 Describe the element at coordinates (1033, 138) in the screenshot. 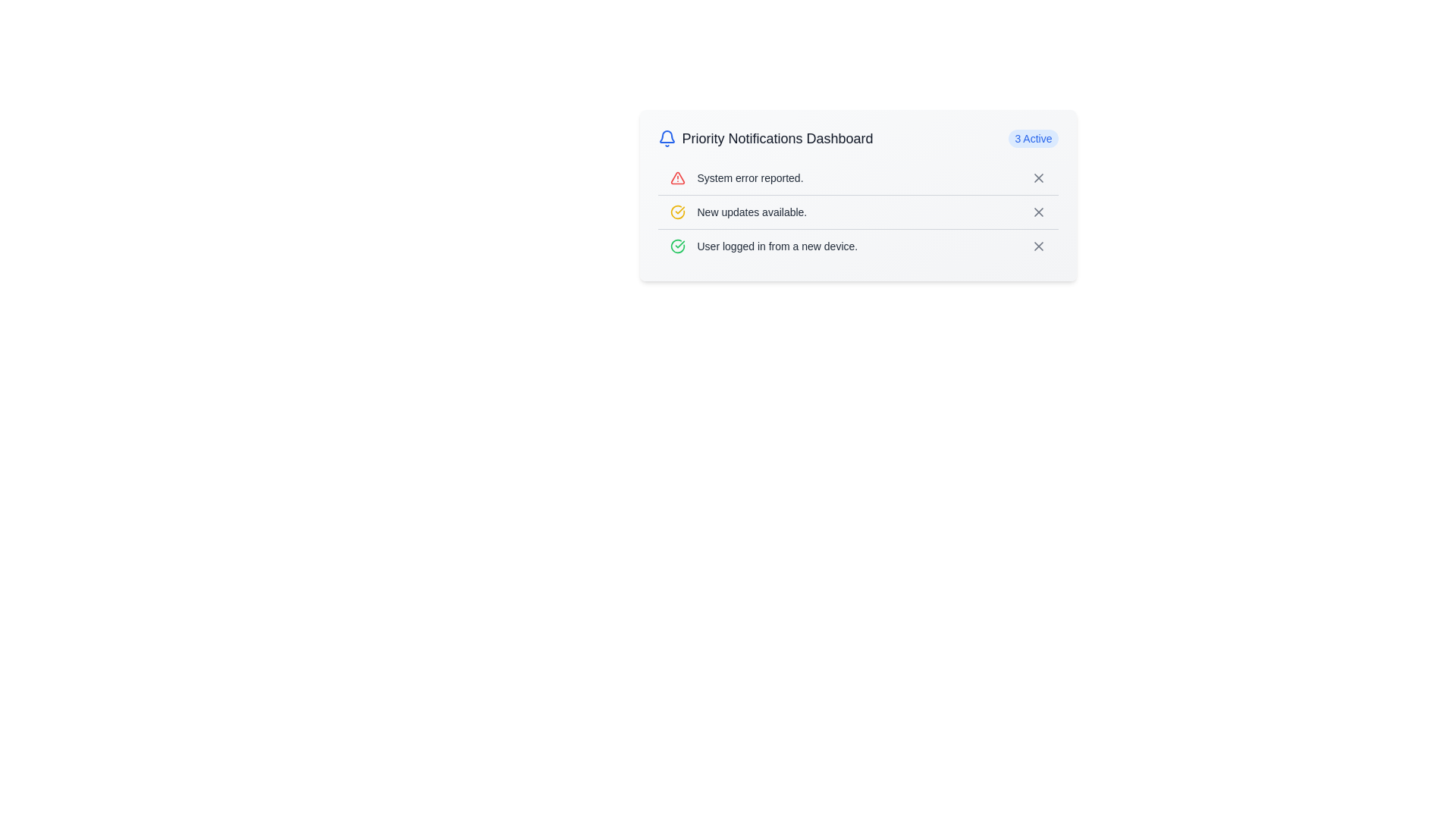

I see `the status label indicating the count of active notifications located on the right side of the 'Priority Notifications Dashboard'` at that location.